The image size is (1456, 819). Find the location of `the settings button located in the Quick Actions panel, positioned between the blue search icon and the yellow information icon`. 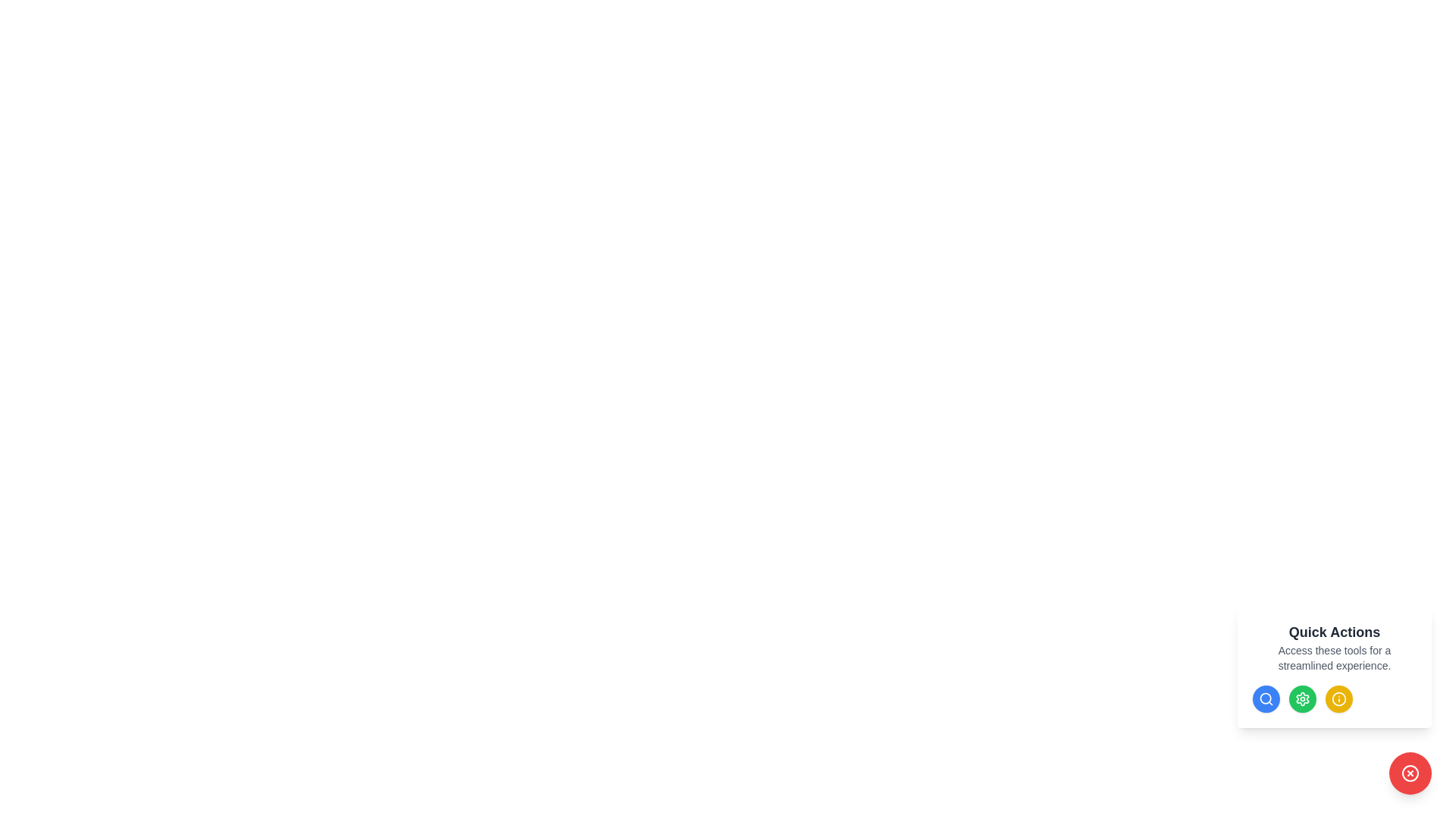

the settings button located in the Quick Actions panel, positioned between the blue search icon and the yellow information icon is located at coordinates (1302, 698).